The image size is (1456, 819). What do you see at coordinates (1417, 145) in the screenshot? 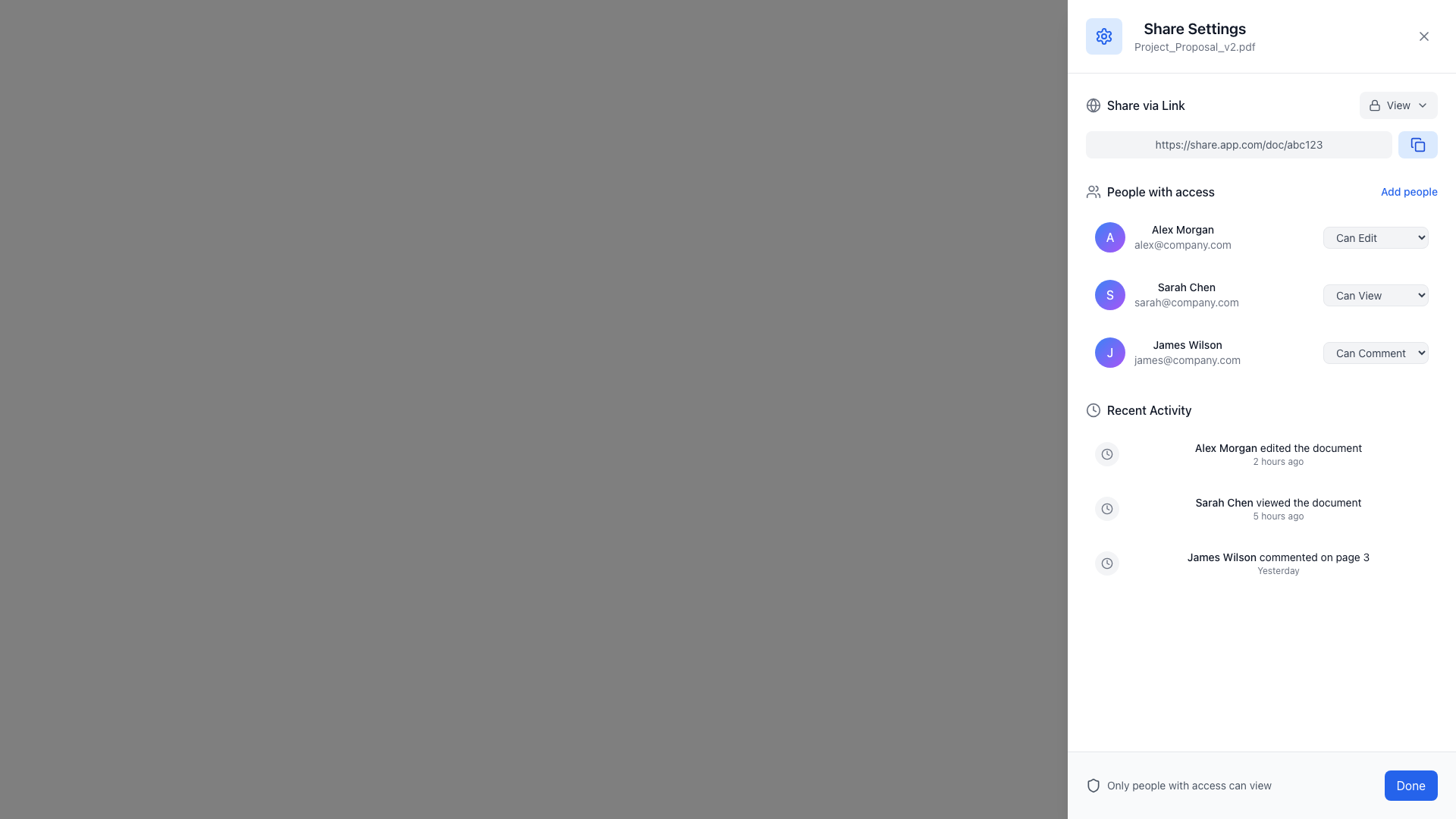
I see `the 'Copy Link' button located at the right end of the 'Share via Link' field` at bounding box center [1417, 145].